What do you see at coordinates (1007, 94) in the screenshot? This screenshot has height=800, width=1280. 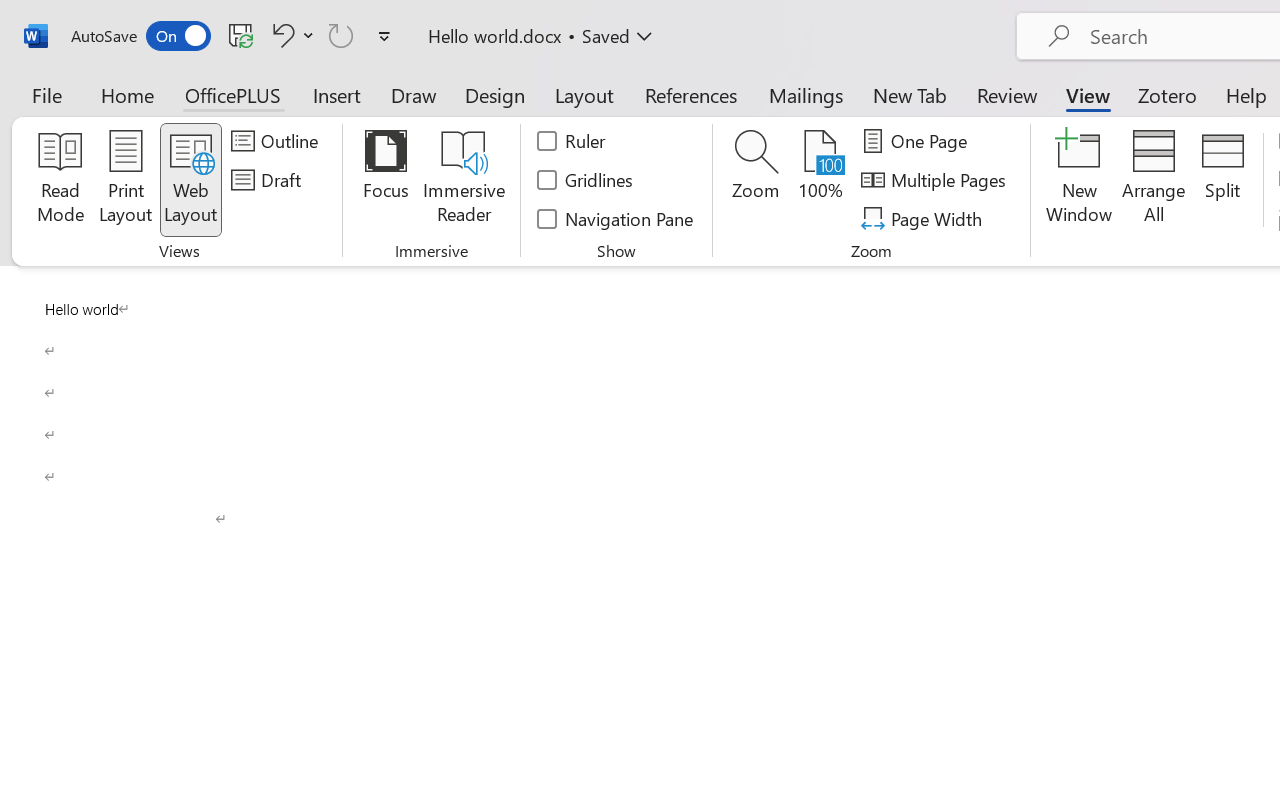 I see `'Review'` at bounding box center [1007, 94].